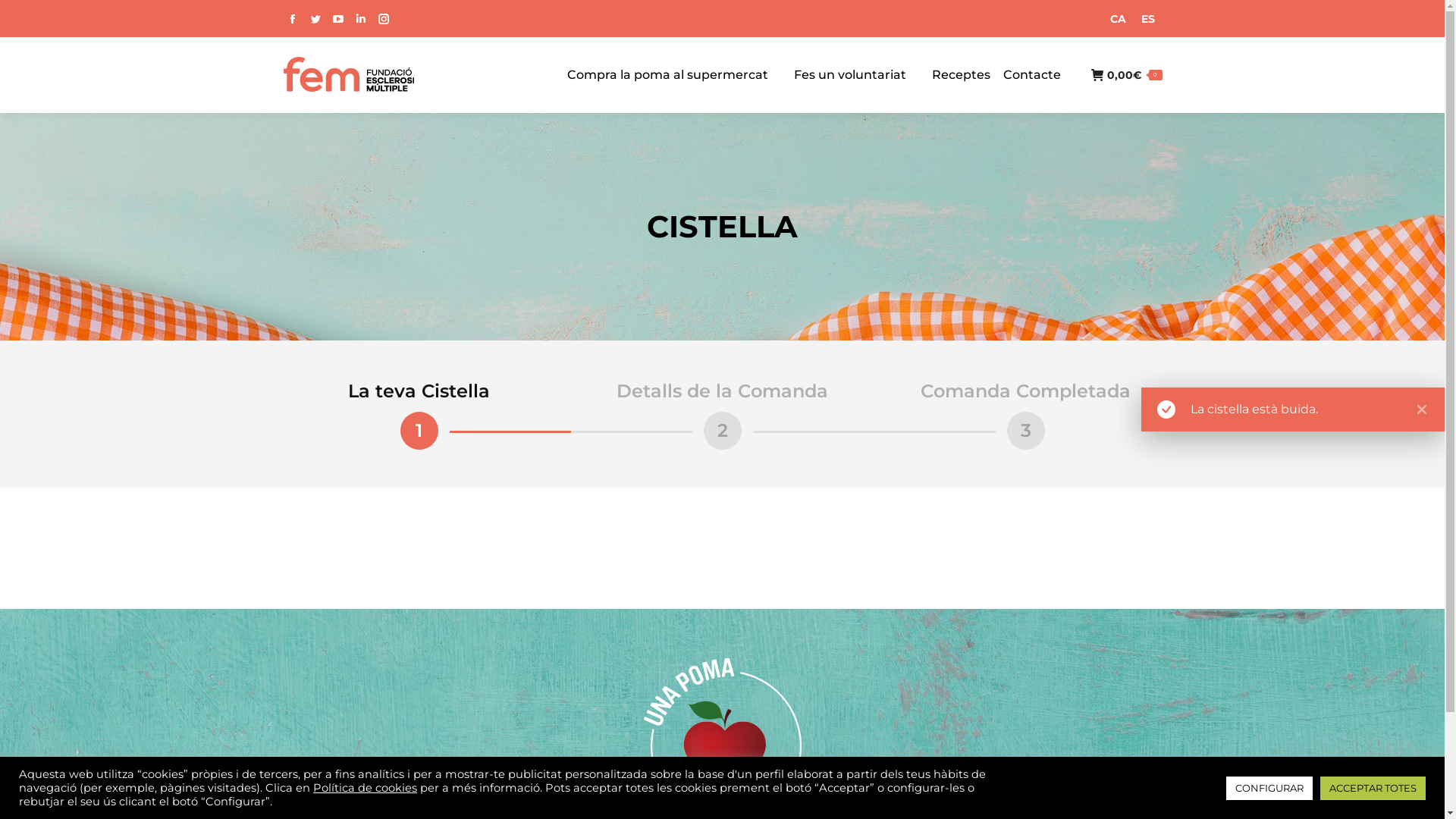  What do you see at coordinates (720, 414) in the screenshot?
I see `'Detalls de la Comanda` at bounding box center [720, 414].